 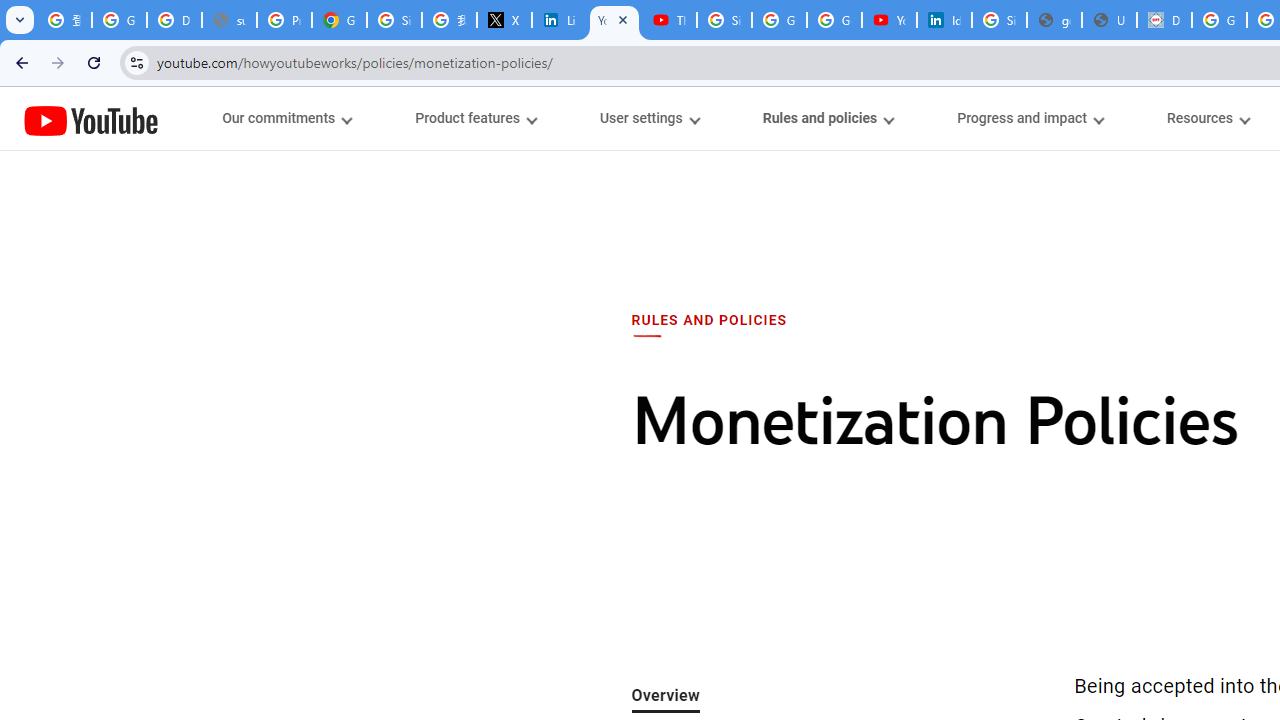 I want to click on 'Rules and policies menupopup', so click(x=827, y=118).